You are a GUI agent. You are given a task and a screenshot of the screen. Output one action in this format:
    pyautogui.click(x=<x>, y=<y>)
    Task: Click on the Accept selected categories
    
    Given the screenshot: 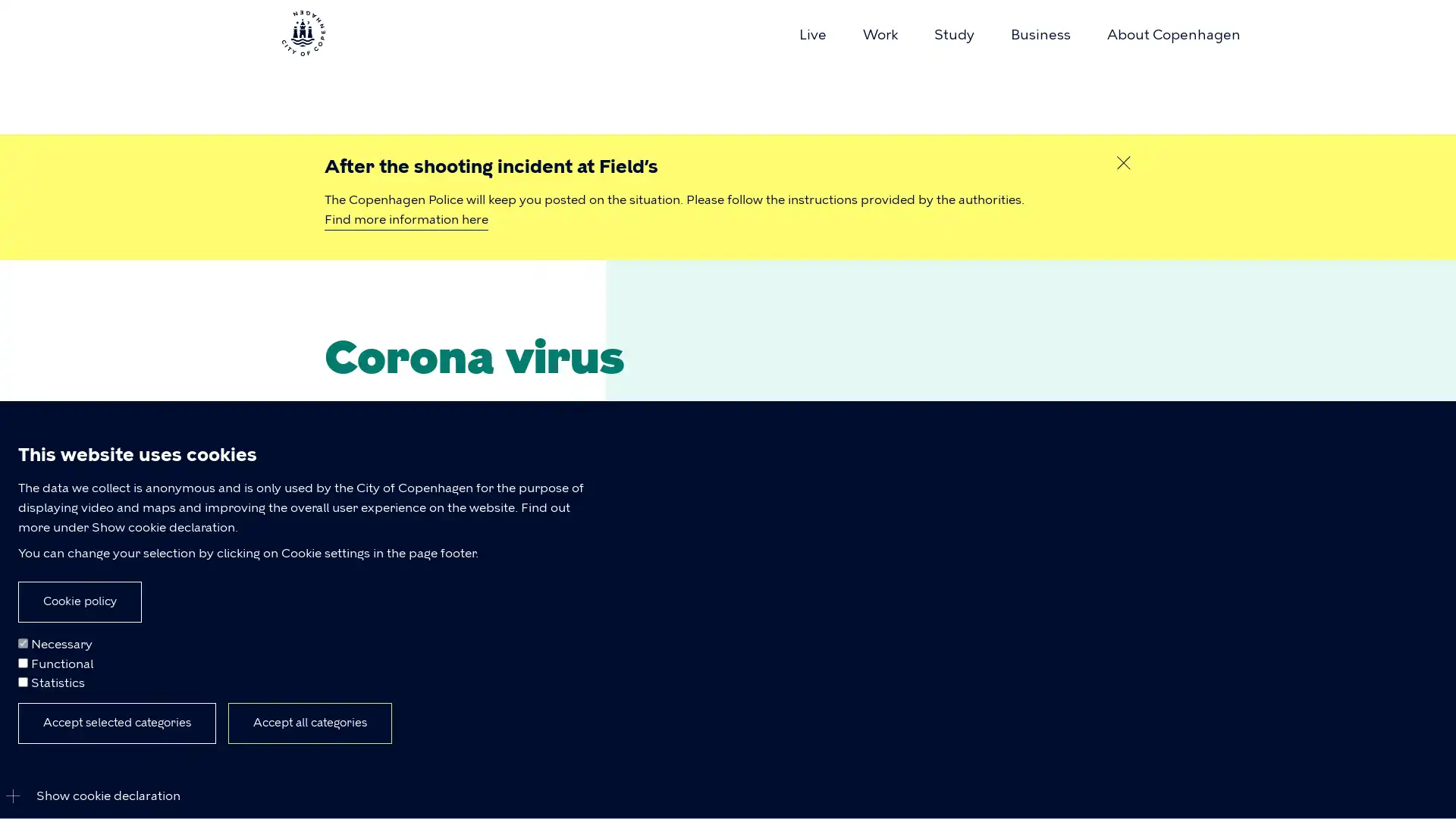 What is the action you would take?
    pyautogui.click(x=116, y=722)
    